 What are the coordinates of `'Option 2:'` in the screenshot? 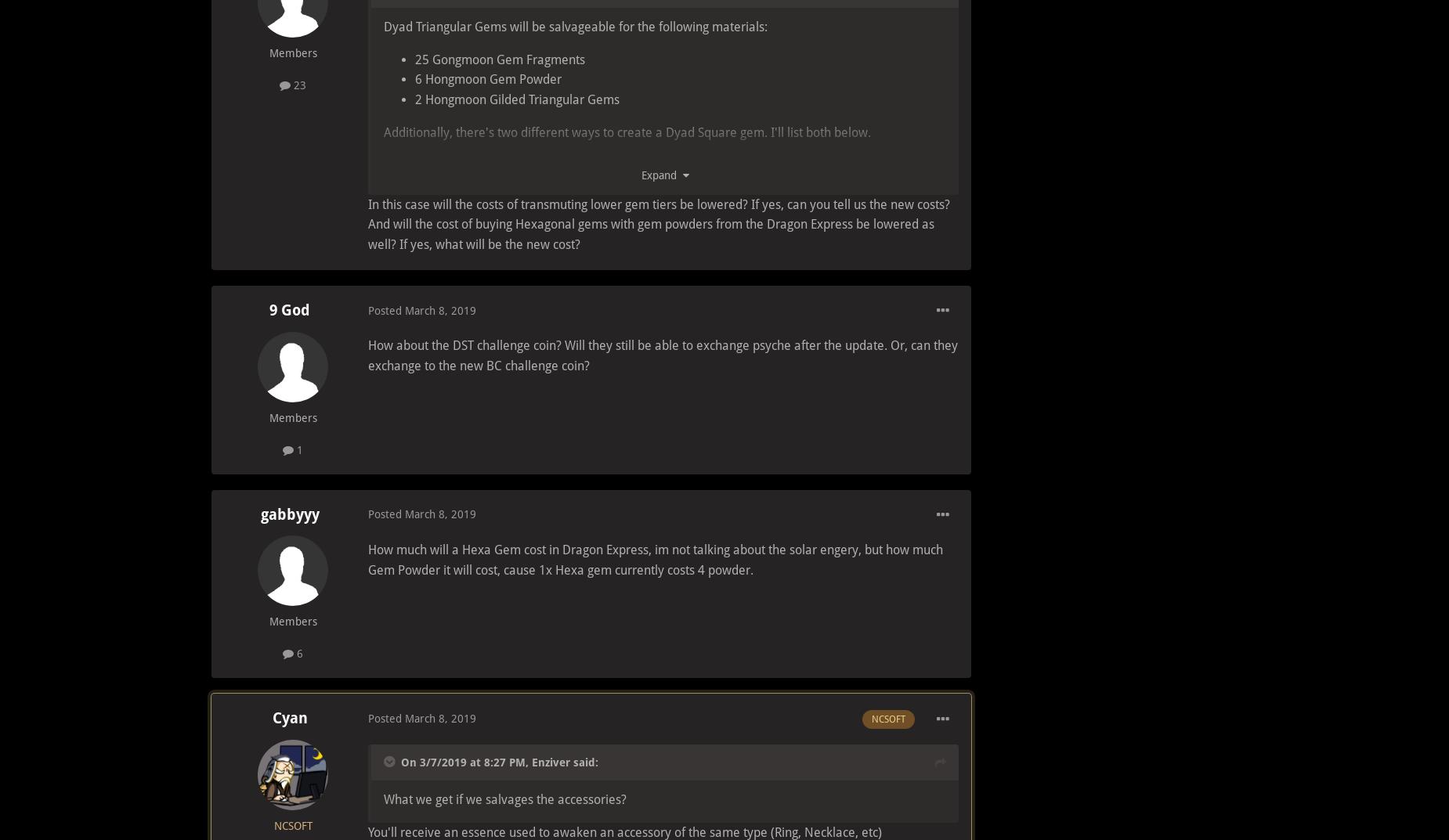 It's located at (409, 296).